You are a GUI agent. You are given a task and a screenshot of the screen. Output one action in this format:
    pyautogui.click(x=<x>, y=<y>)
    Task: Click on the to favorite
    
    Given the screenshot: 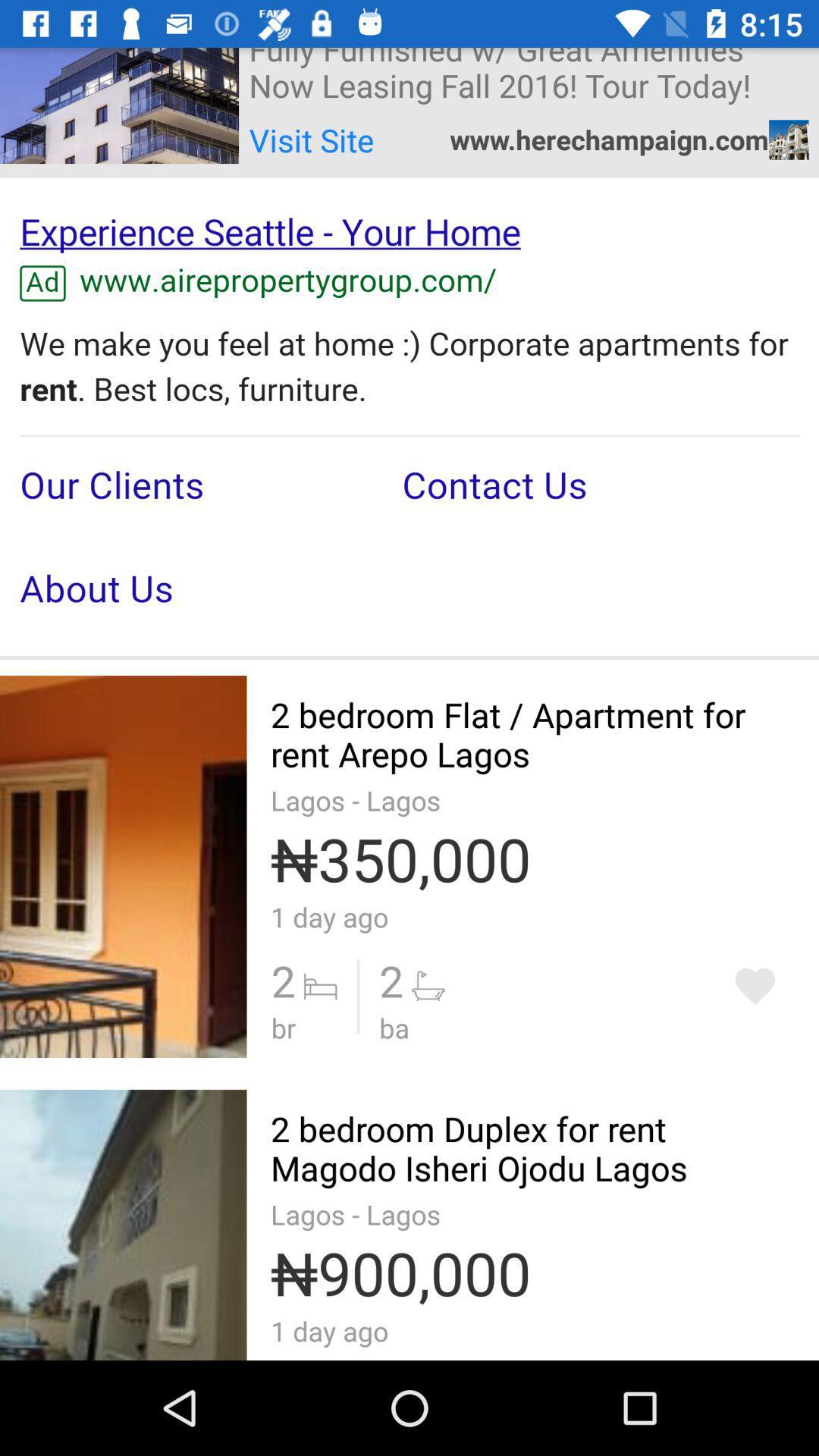 What is the action you would take?
    pyautogui.click(x=755, y=986)
    